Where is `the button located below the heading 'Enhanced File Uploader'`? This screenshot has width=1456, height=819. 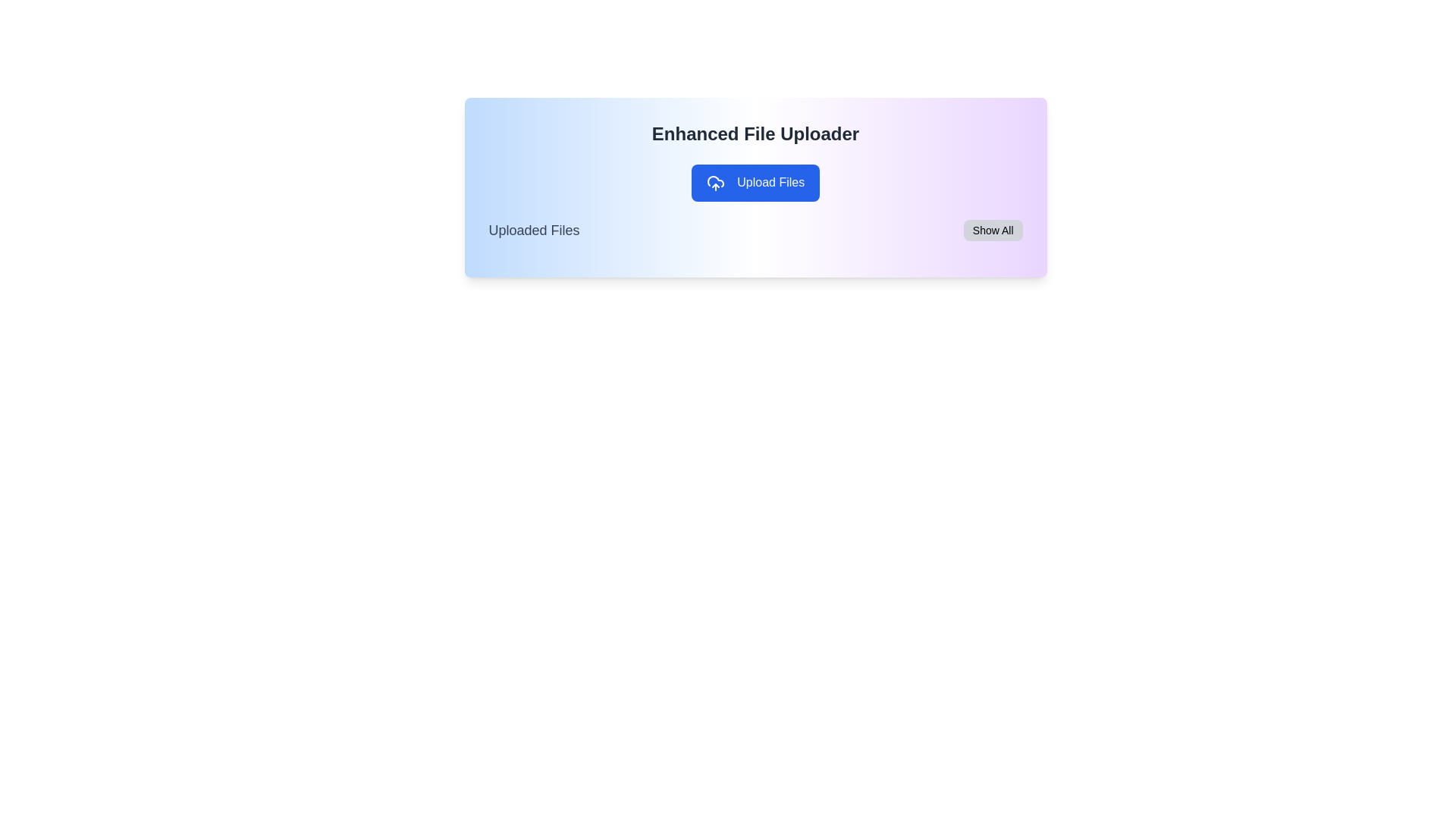 the button located below the heading 'Enhanced File Uploader' is located at coordinates (755, 187).